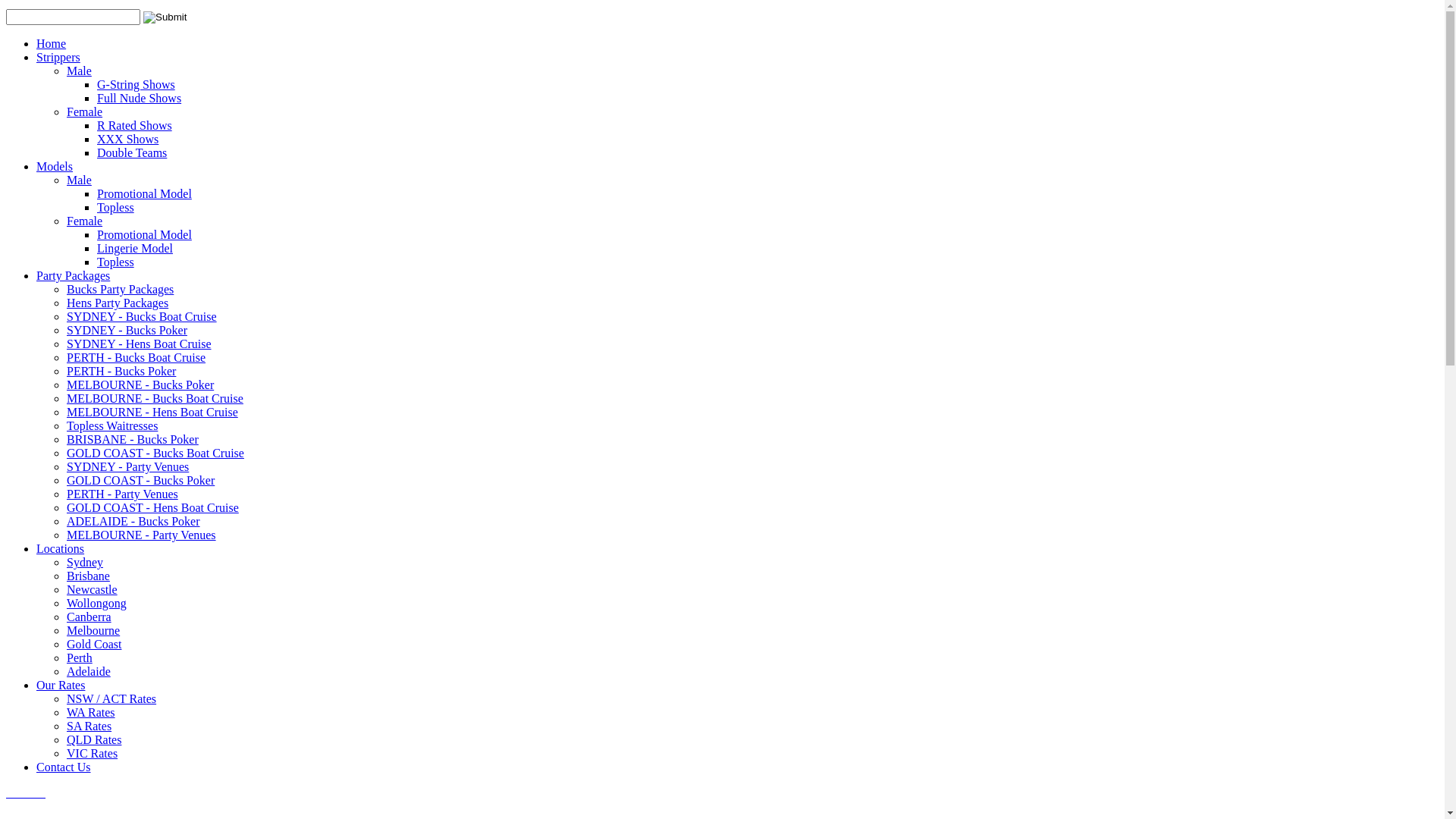 This screenshot has width=1456, height=819. I want to click on 'WA Rates', so click(90, 712).